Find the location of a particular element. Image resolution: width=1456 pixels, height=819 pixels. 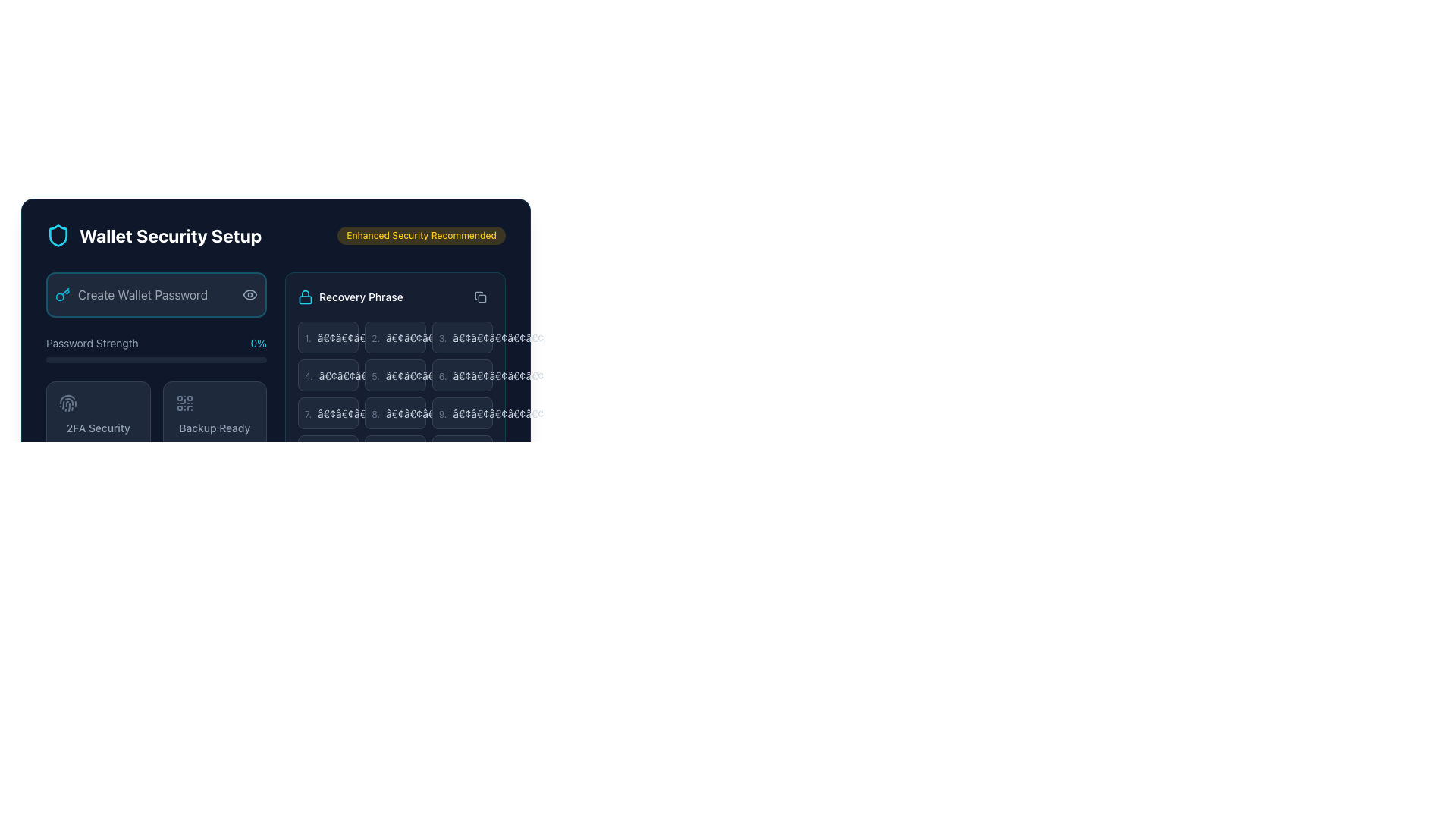

the eye icon used to toggle visibility in the 'Recovery Phrase' section to read the tooltip is located at coordinates (250, 295).